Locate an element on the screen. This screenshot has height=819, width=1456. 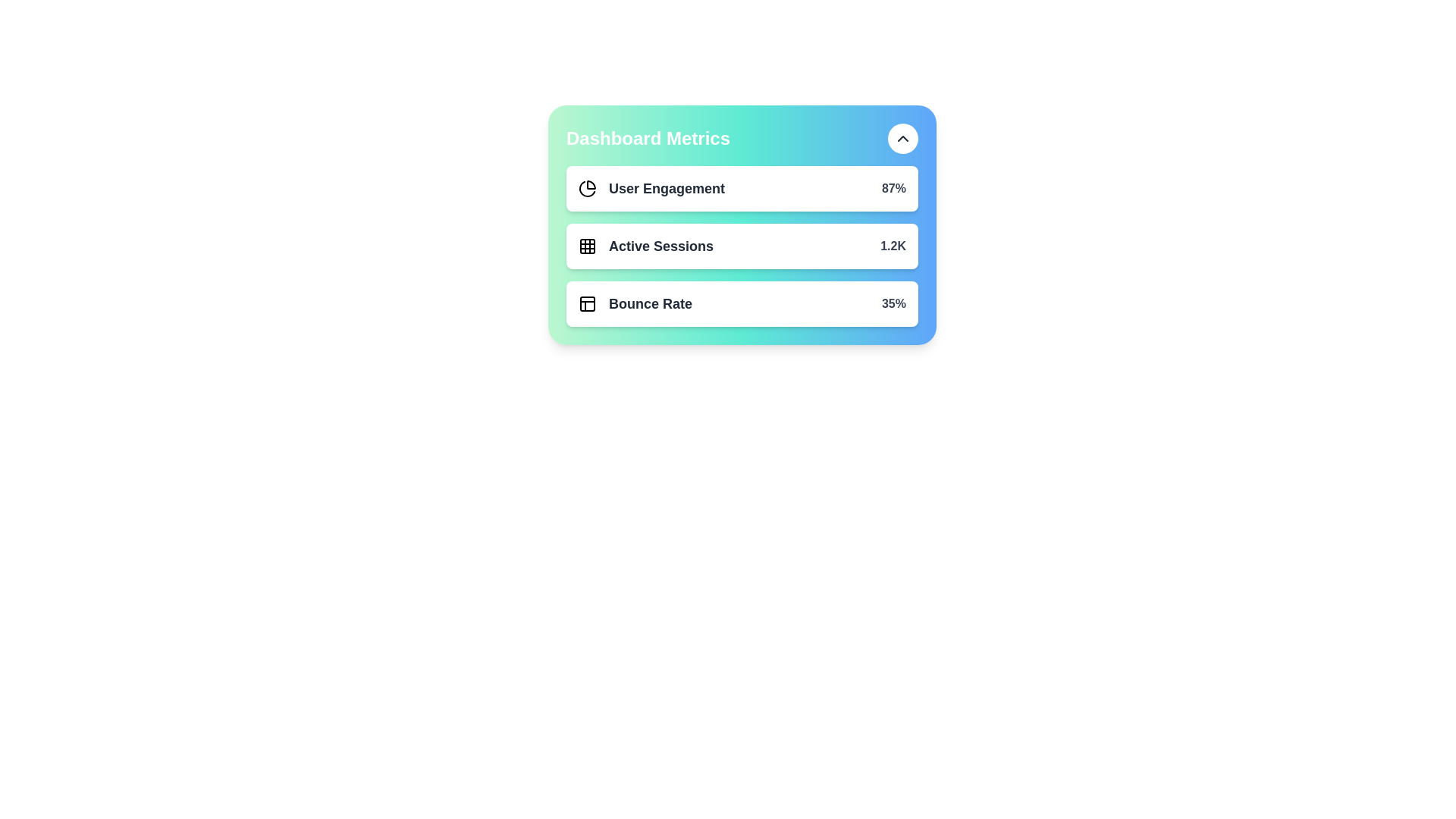
the metric item Active Sessions to observe the hover effect is located at coordinates (742, 245).